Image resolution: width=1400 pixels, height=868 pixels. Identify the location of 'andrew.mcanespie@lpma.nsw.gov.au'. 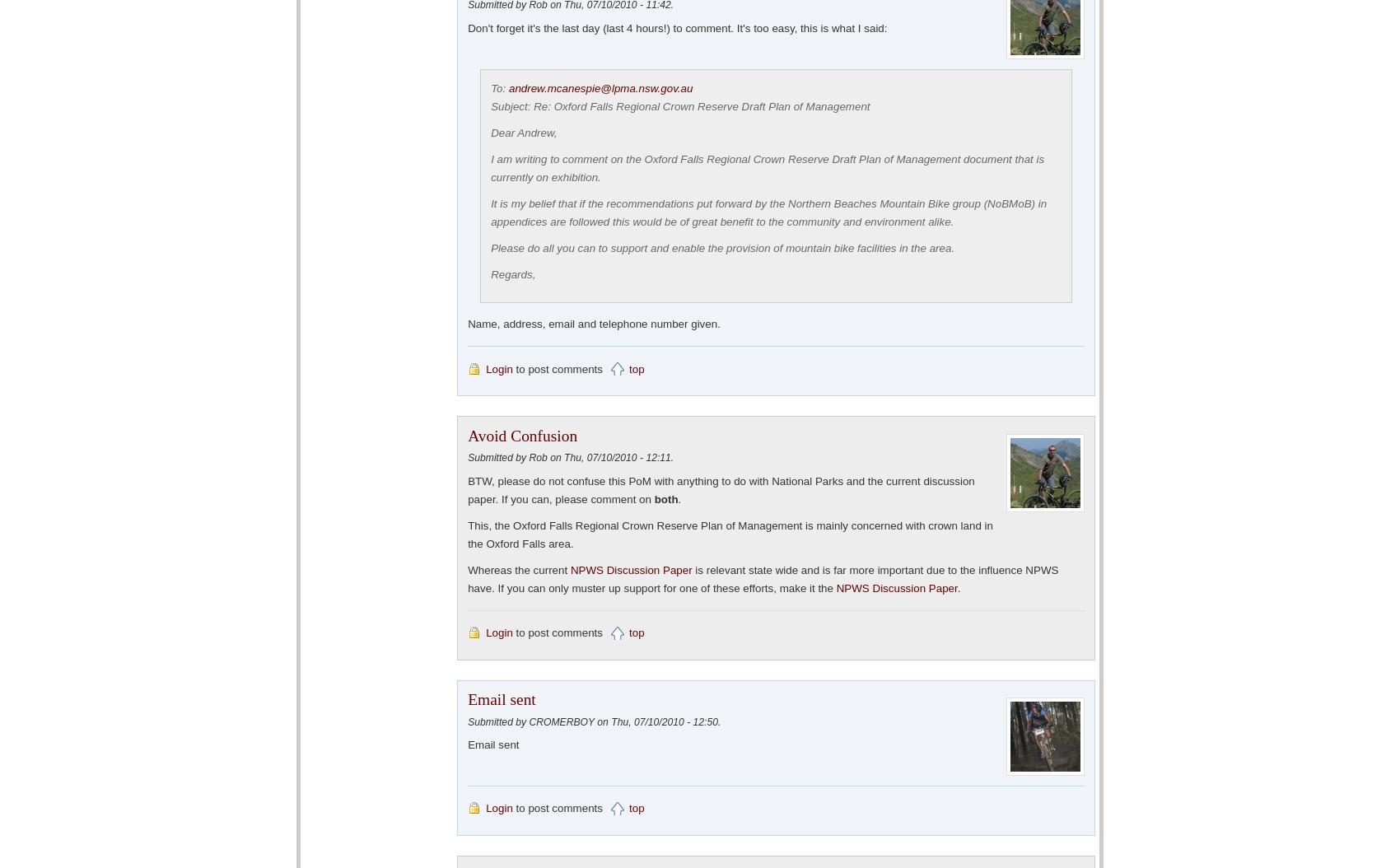
(600, 87).